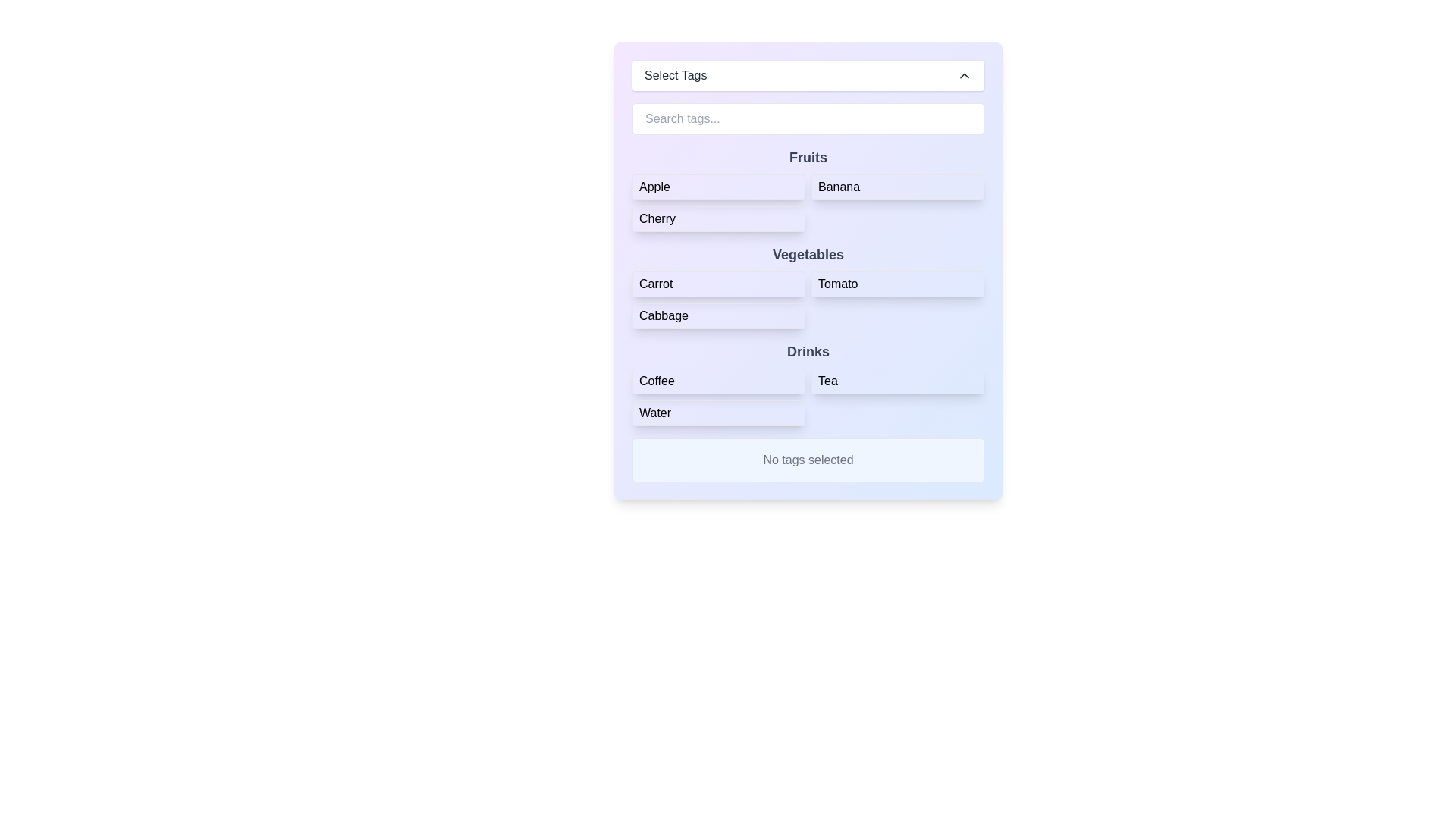 The height and width of the screenshot is (819, 1456). I want to click on the interactive button grid for selecting items under the 'Fruits' category, located near the top of the interface beneath the 'Search tags...' input field, so click(807, 189).